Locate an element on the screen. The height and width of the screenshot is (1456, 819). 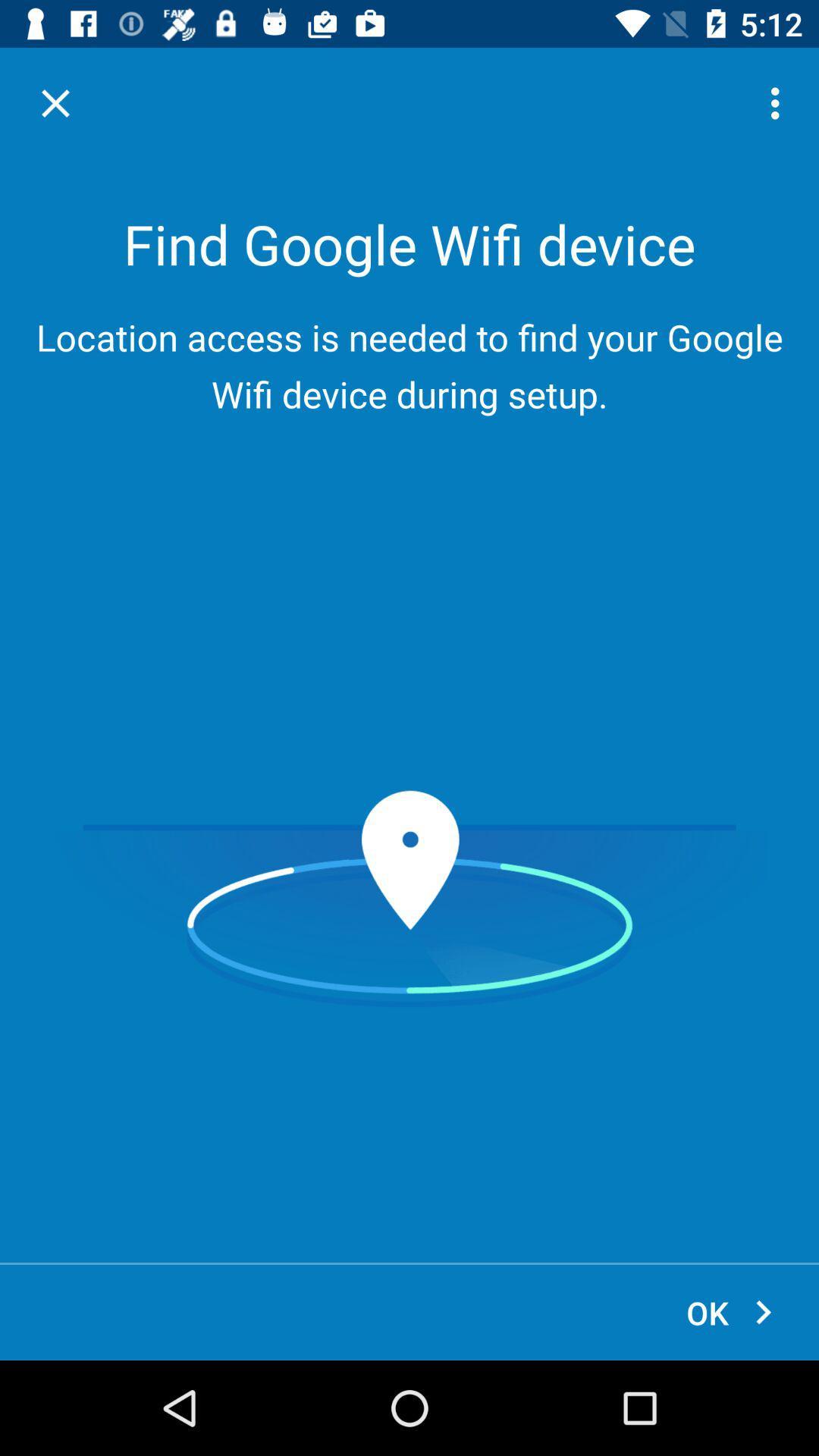
the item at the top left corner is located at coordinates (55, 102).